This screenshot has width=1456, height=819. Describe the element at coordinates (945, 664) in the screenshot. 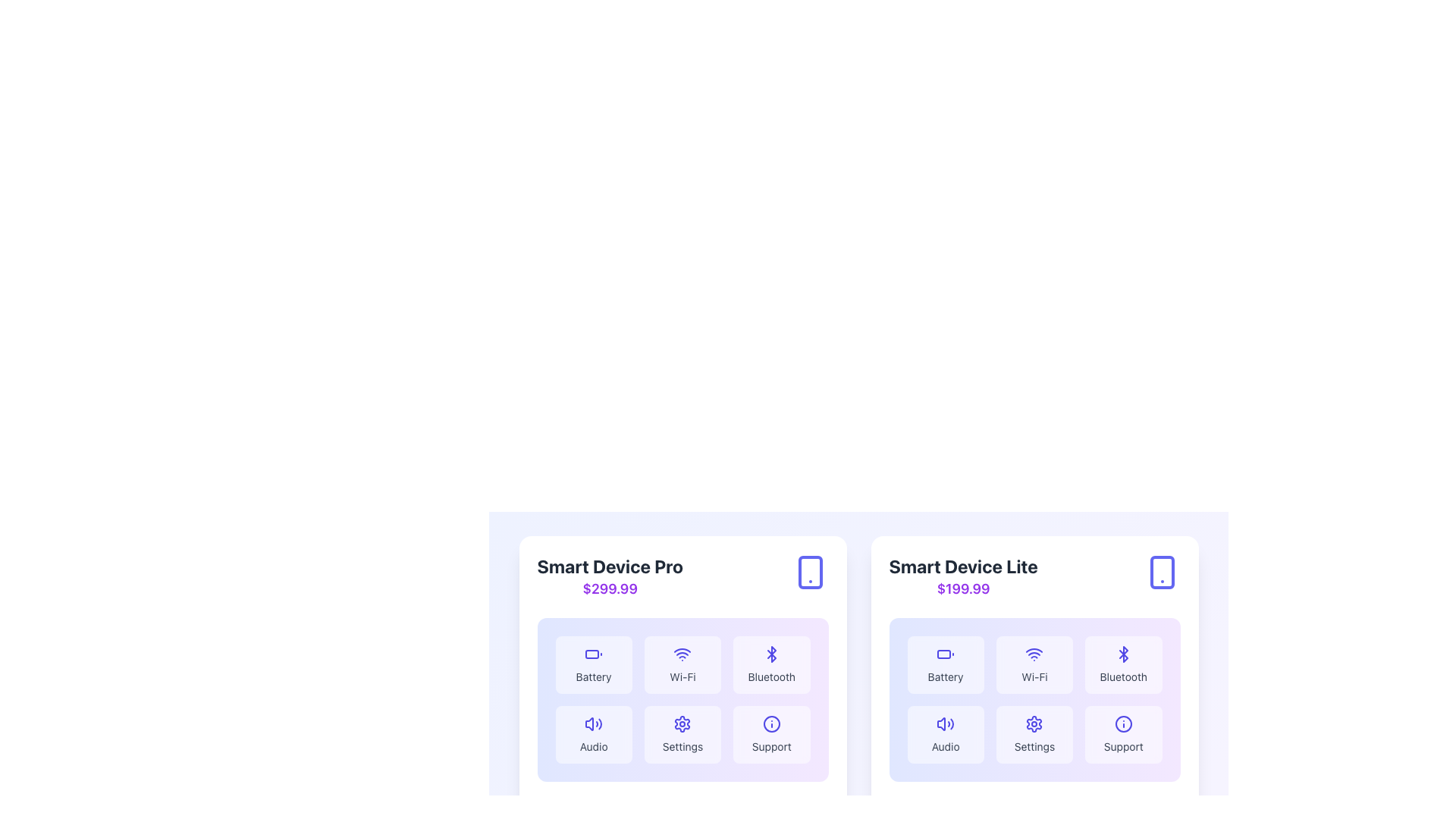

I see `the battery status button in the first row and first column of the grid layout within the 'Smart Device Lite' section` at that location.